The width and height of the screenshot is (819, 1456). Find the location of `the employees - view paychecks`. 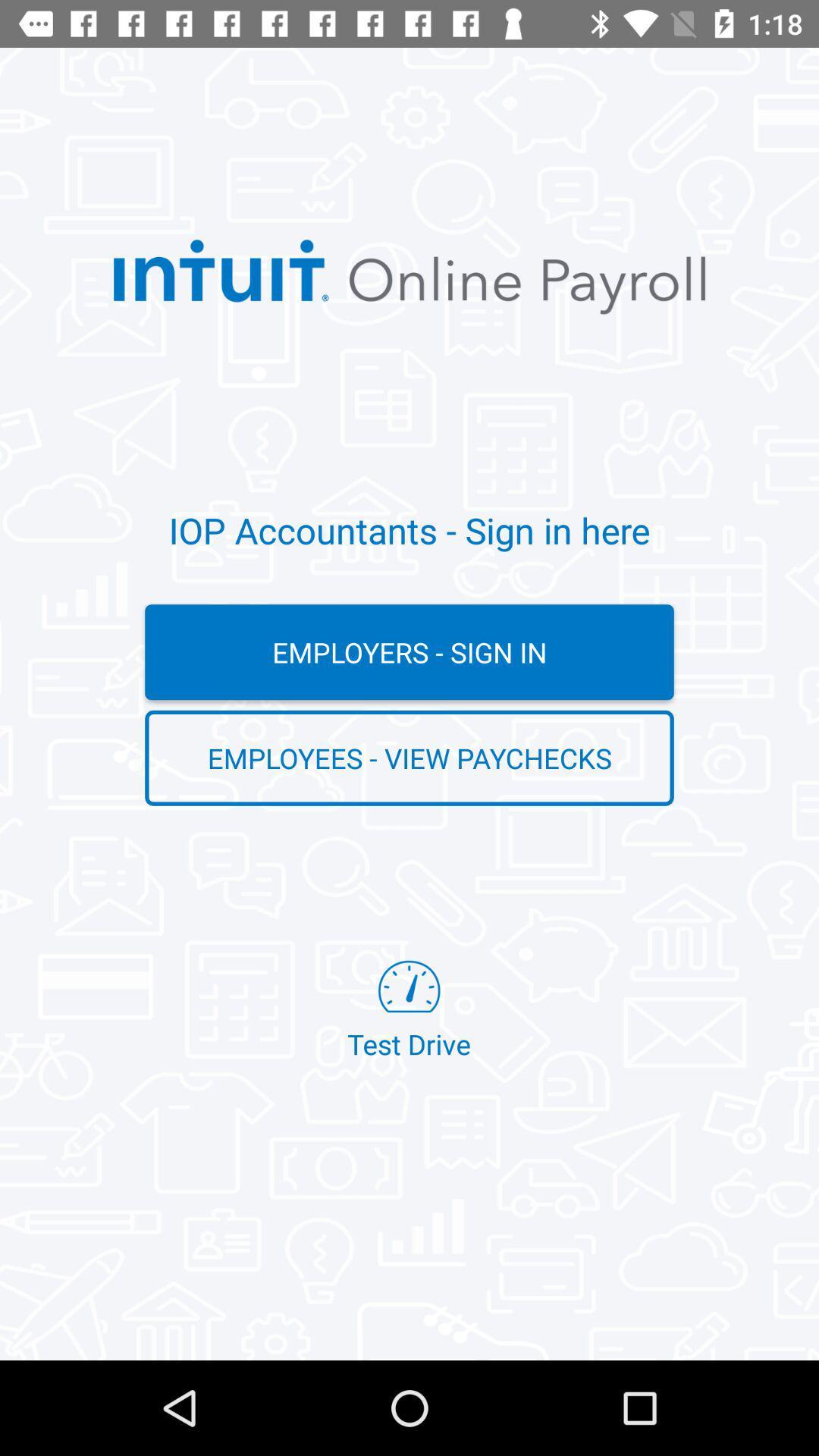

the employees - view paychecks is located at coordinates (409, 758).